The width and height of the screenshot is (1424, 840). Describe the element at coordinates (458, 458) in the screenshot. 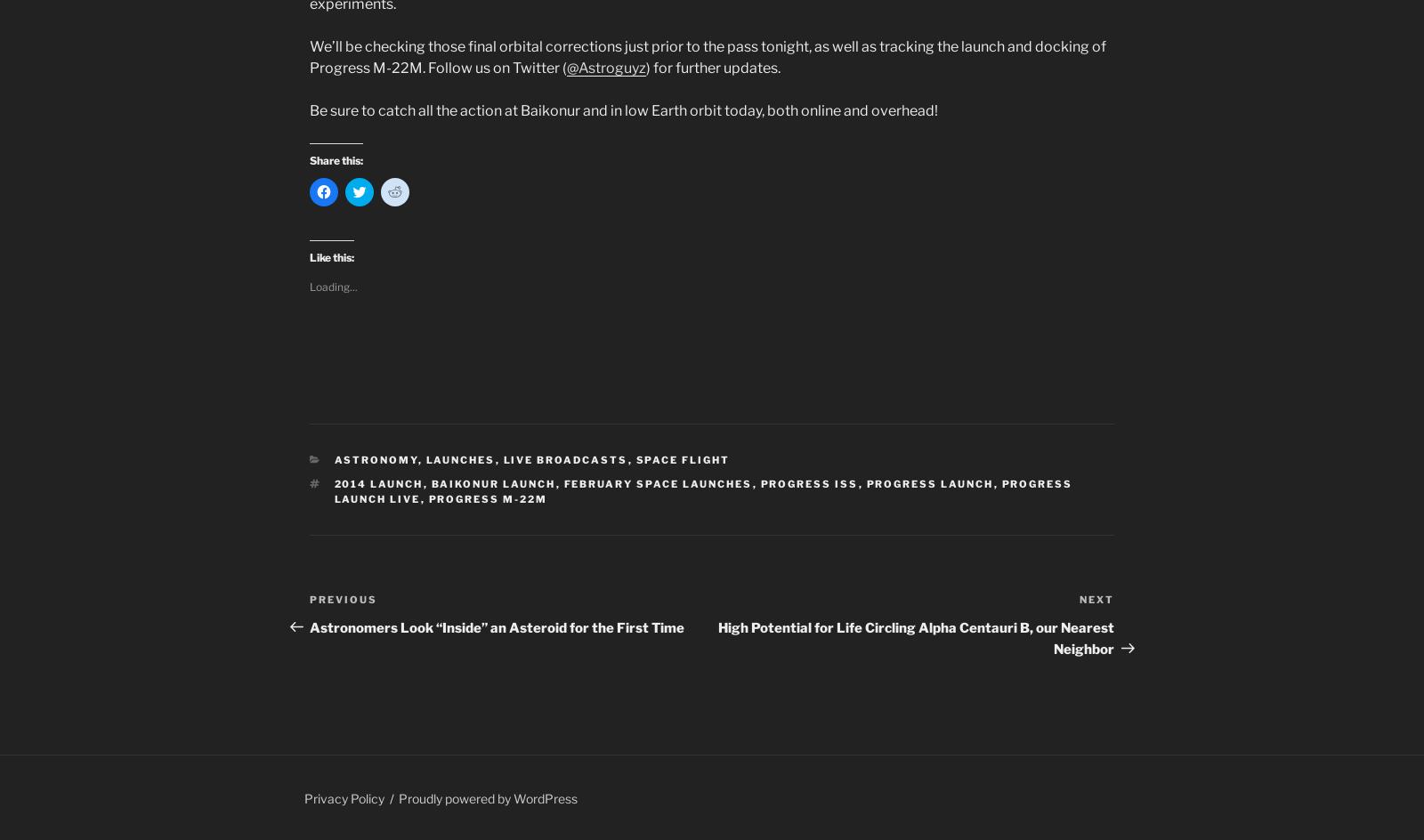

I see `'Launches'` at that location.